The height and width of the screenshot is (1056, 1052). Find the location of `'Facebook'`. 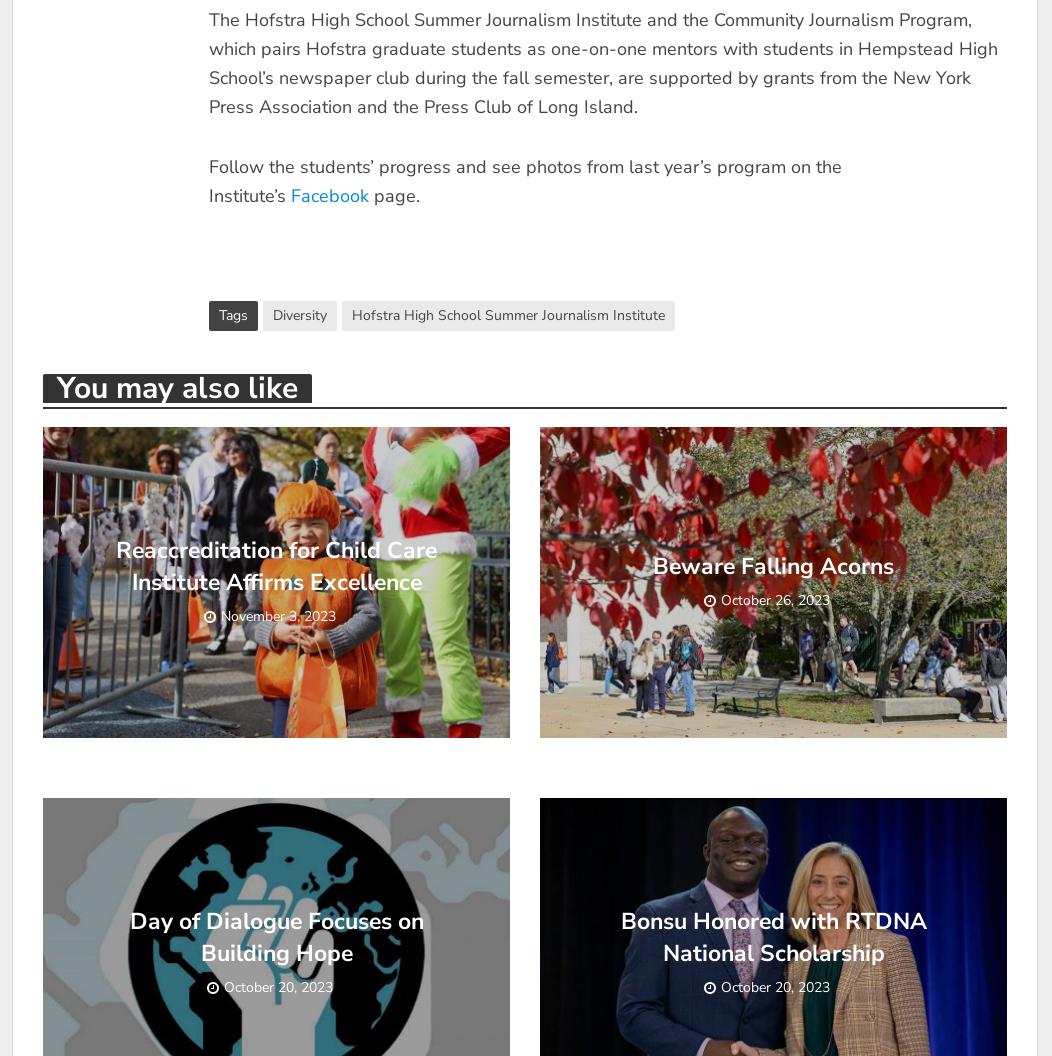

'Facebook' is located at coordinates (327, 195).